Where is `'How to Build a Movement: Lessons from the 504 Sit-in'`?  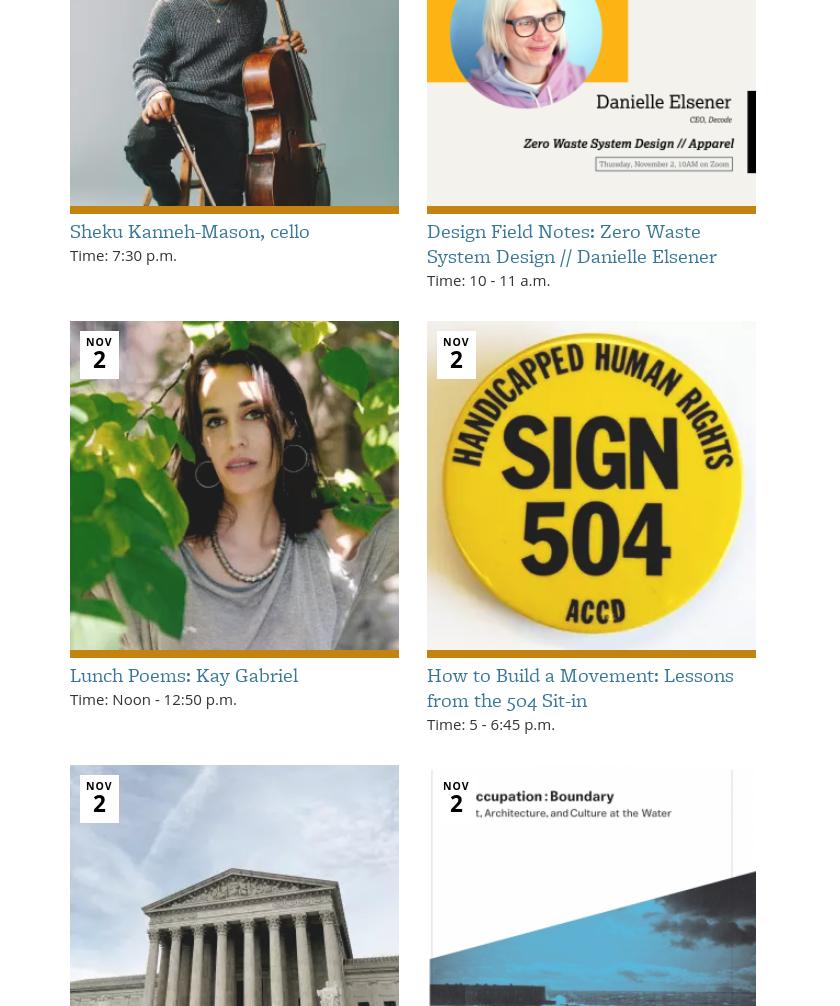 'How to Build a Movement: Lessons from the 504 Sit-in' is located at coordinates (426, 686).